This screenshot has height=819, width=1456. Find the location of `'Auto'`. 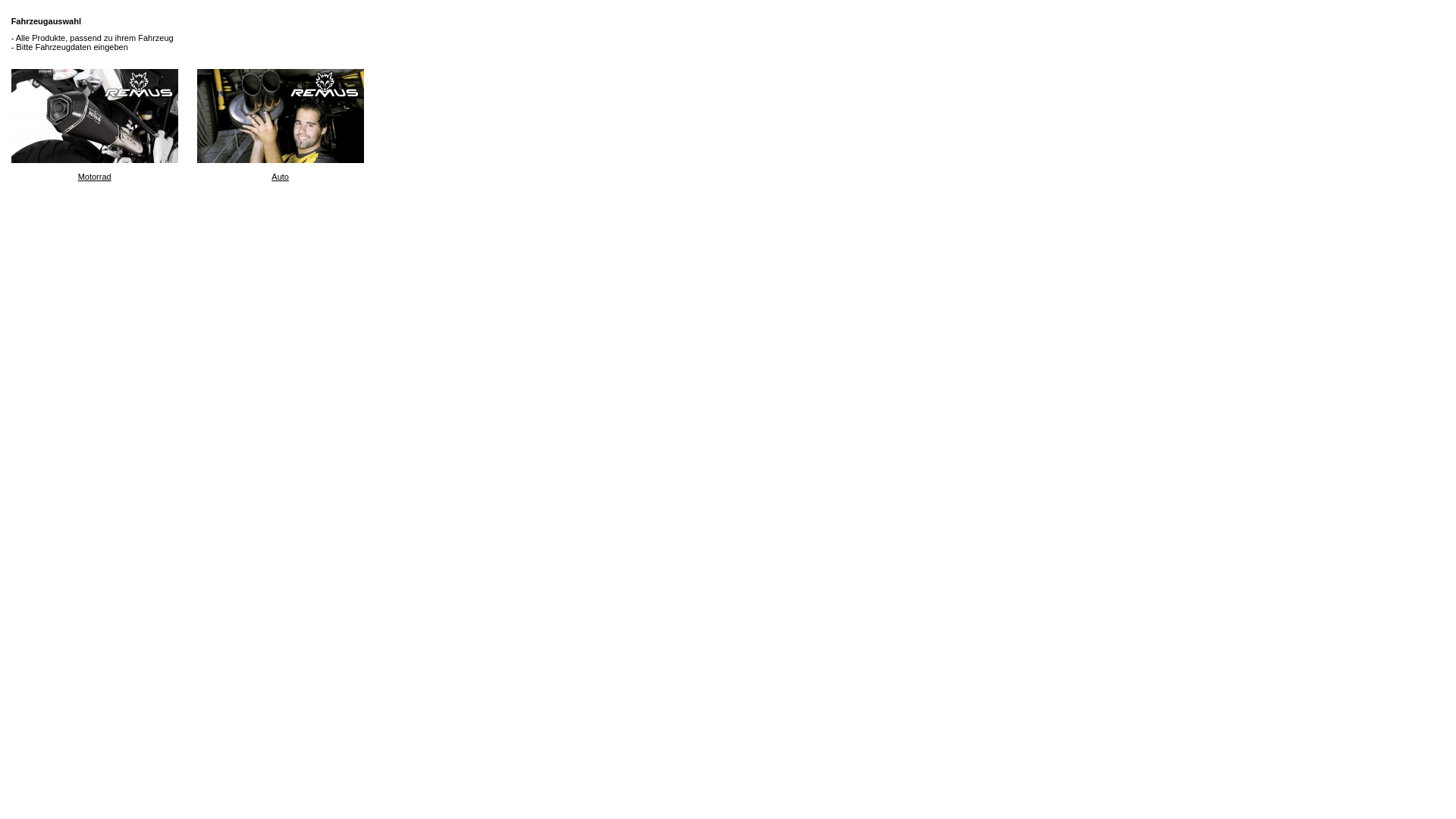

'Auto' is located at coordinates (280, 115).